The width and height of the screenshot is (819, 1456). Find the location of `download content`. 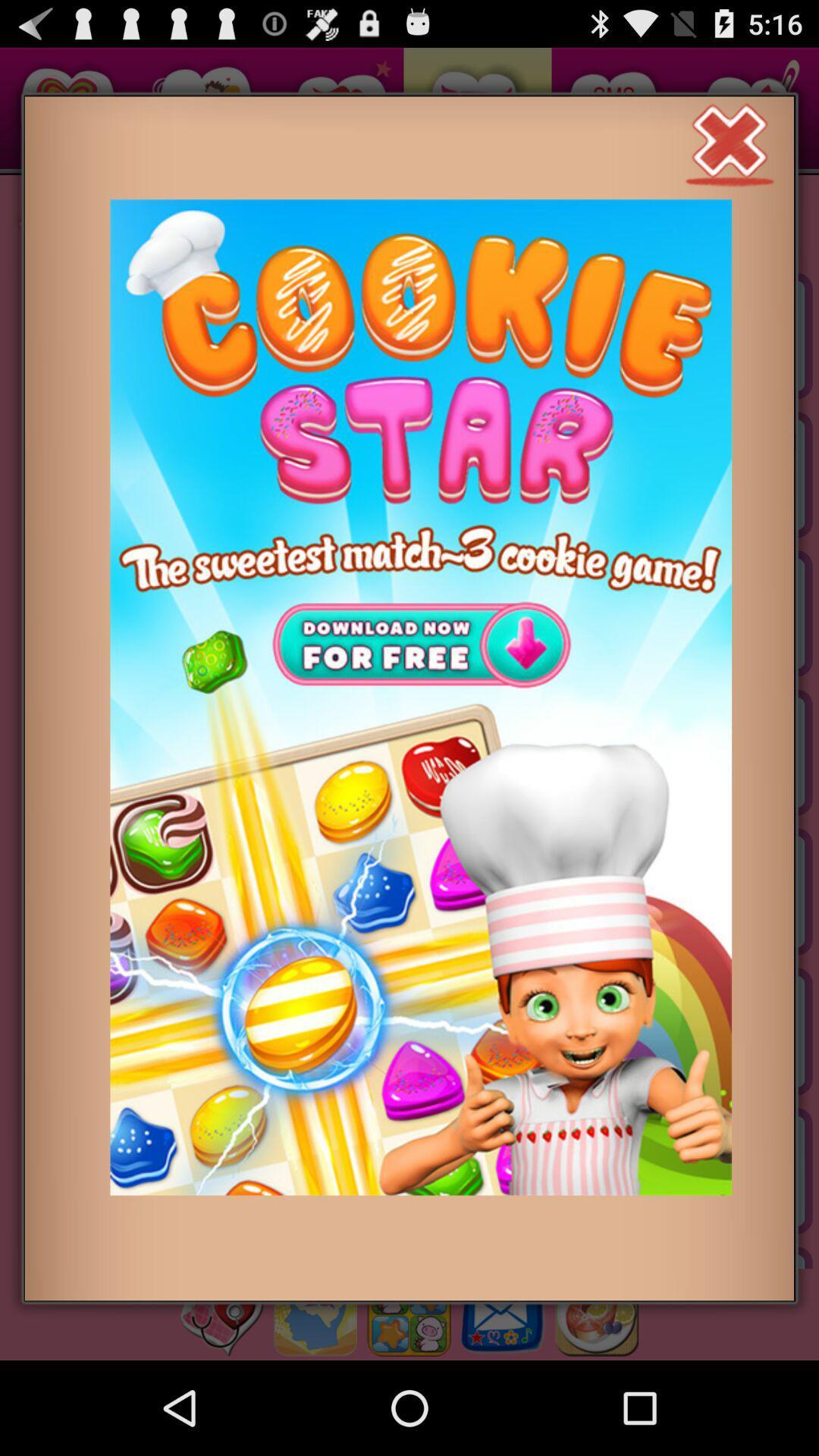

download content is located at coordinates (421, 696).